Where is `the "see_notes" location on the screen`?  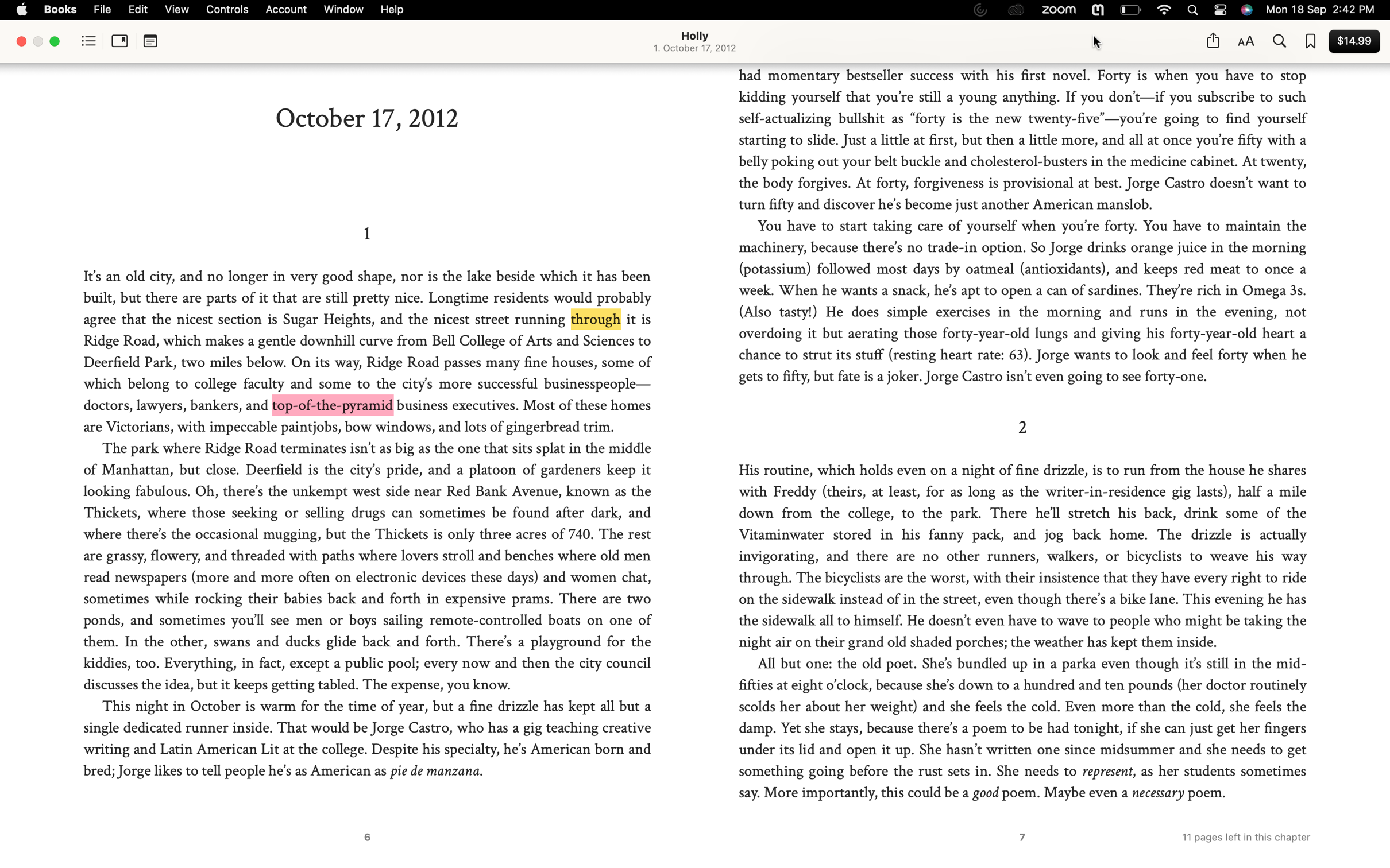
the "see_notes" location on the screen is located at coordinates (511520, 85932).